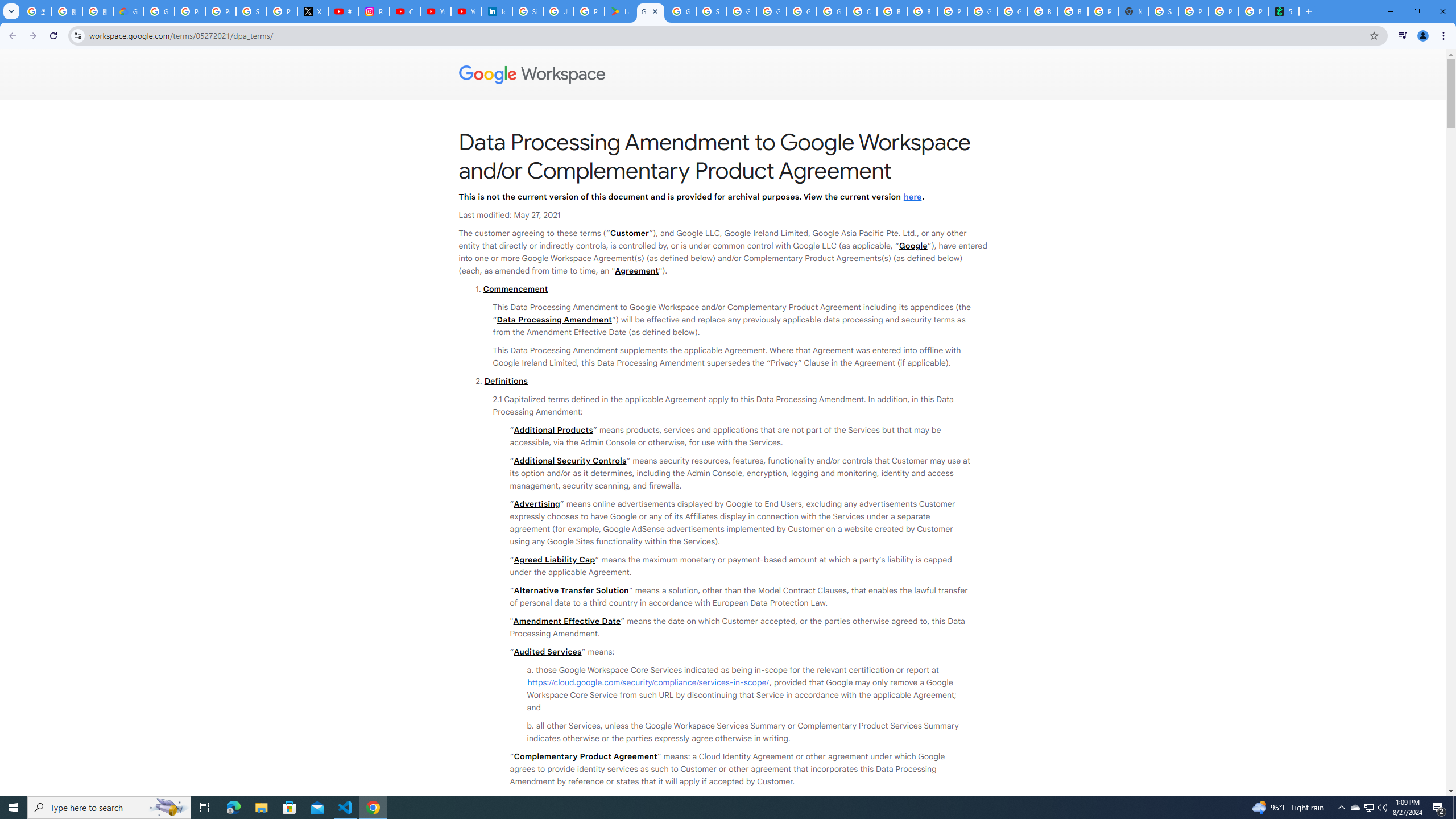  Describe the element at coordinates (1073, 11) in the screenshot. I see `'Browse Chrome as a guest - Computer - Google Chrome Help'` at that location.